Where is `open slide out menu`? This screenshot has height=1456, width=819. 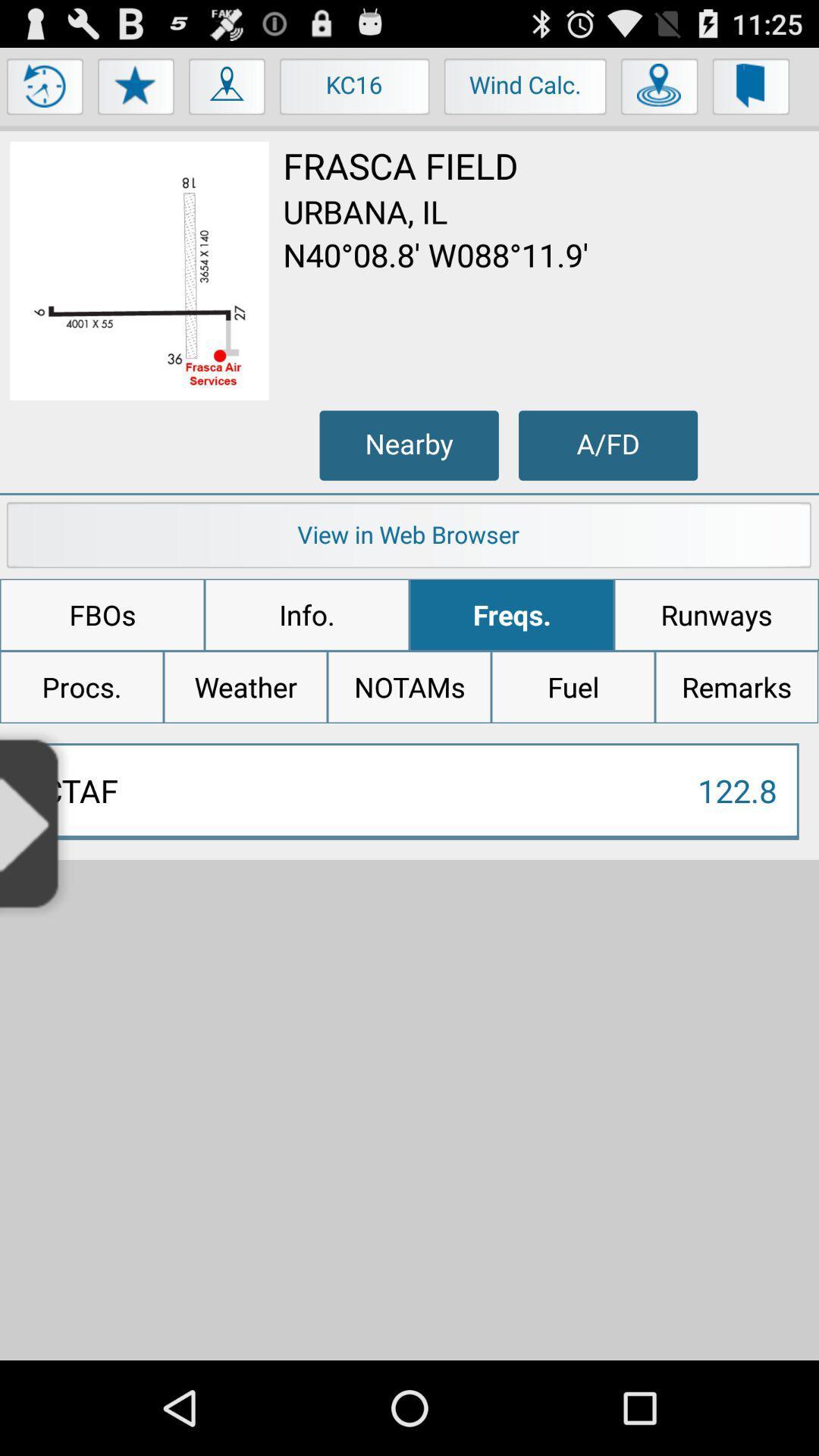
open slide out menu is located at coordinates (36, 821).